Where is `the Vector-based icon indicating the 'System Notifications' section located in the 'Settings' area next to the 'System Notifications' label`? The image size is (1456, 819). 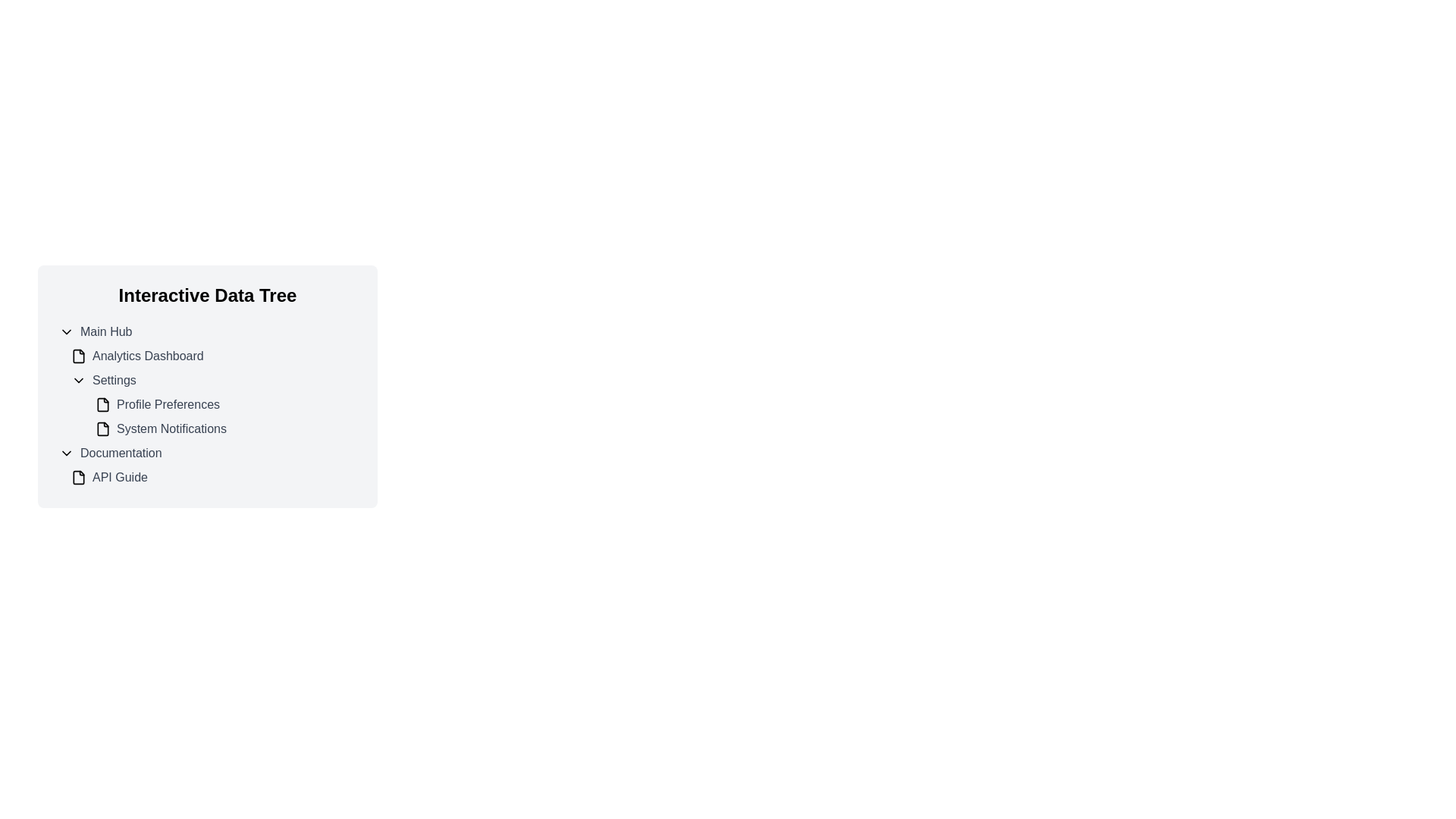 the Vector-based icon indicating the 'System Notifications' section located in the 'Settings' area next to the 'System Notifications' label is located at coordinates (102, 429).